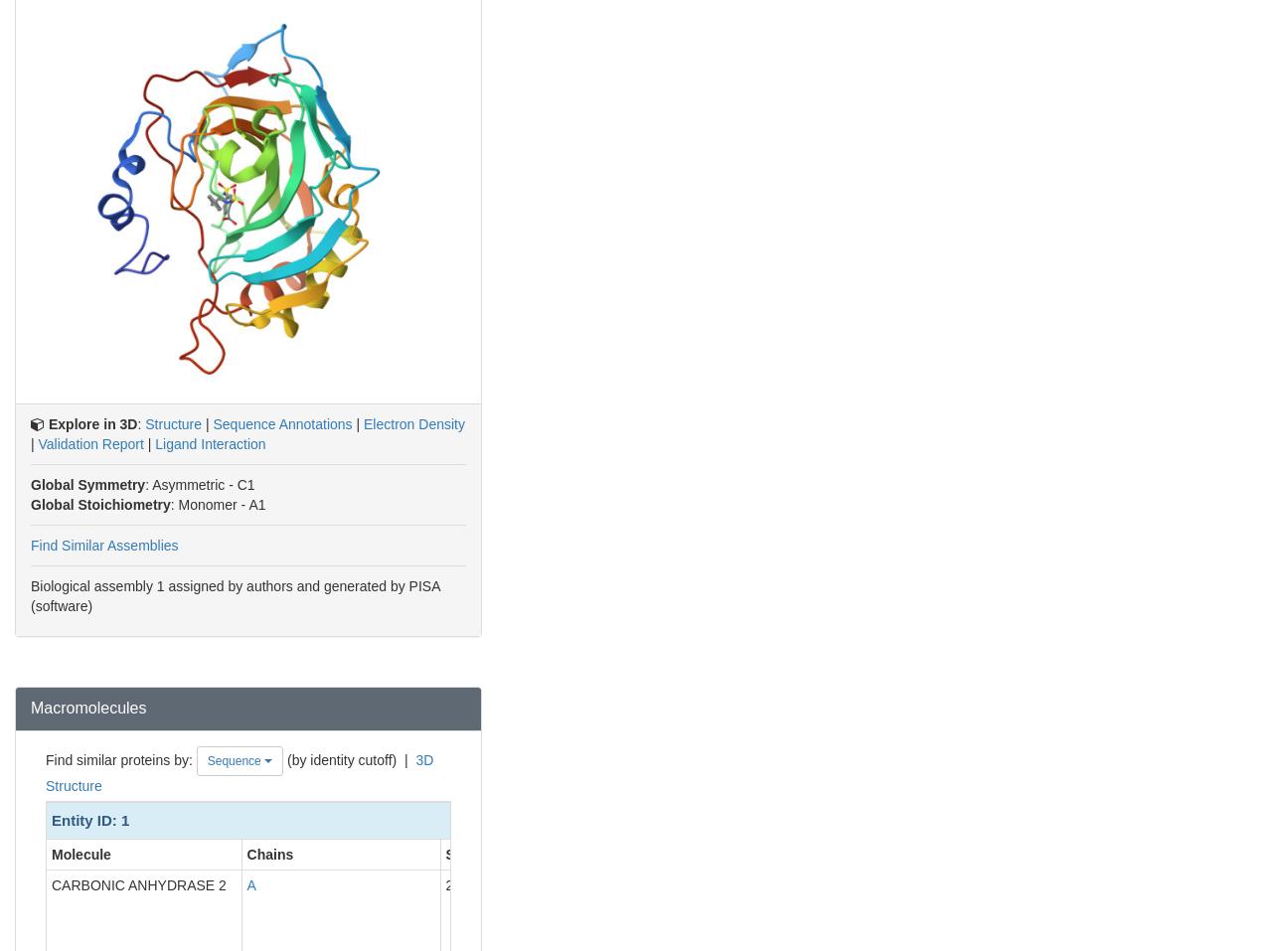  Describe the element at coordinates (1052, 853) in the screenshot. I see `'Image'` at that location.